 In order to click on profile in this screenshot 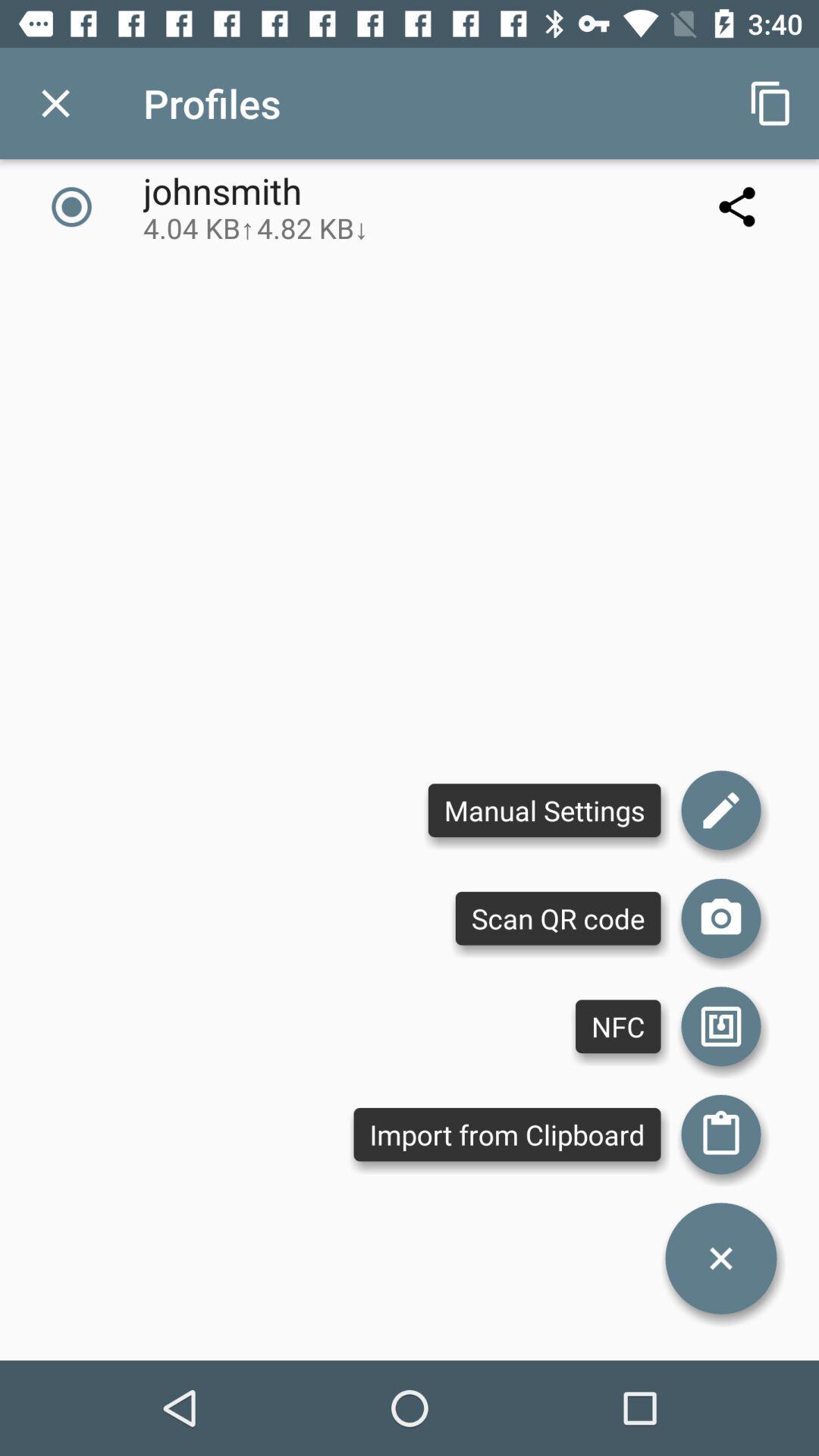, I will do `click(55, 102)`.